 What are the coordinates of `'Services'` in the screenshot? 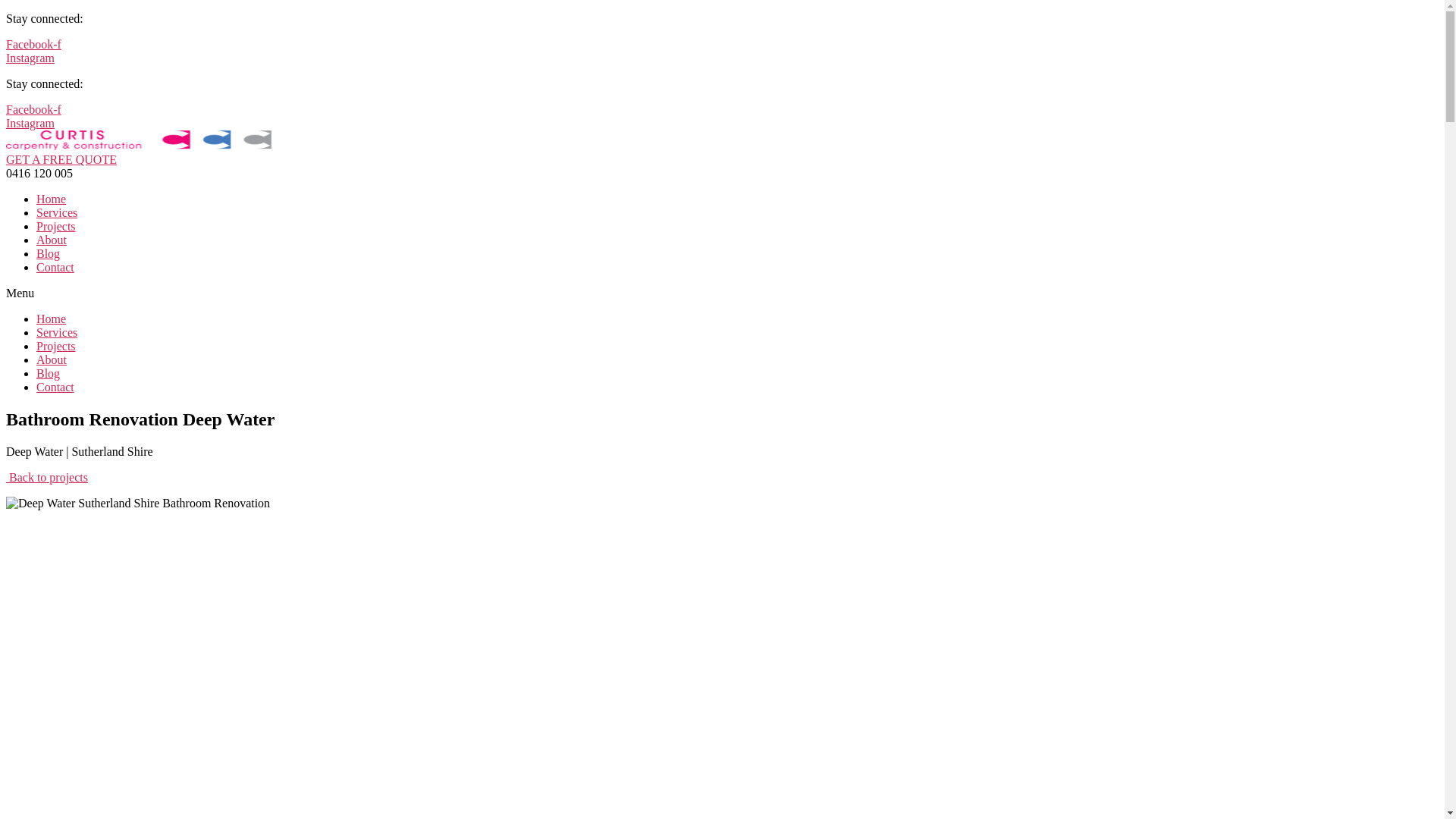 It's located at (57, 331).